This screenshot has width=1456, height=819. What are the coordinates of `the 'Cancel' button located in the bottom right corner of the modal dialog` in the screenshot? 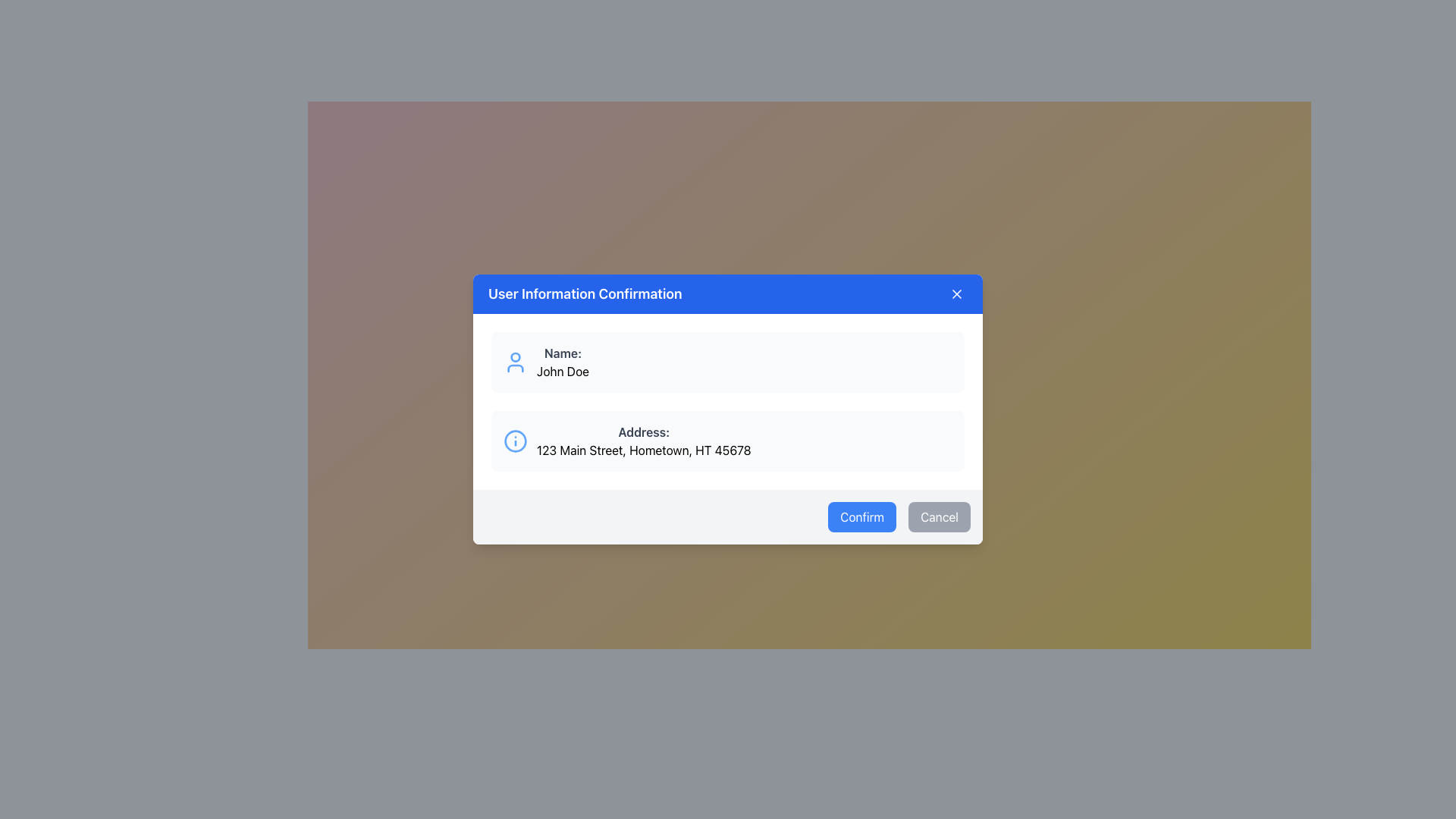 It's located at (938, 516).